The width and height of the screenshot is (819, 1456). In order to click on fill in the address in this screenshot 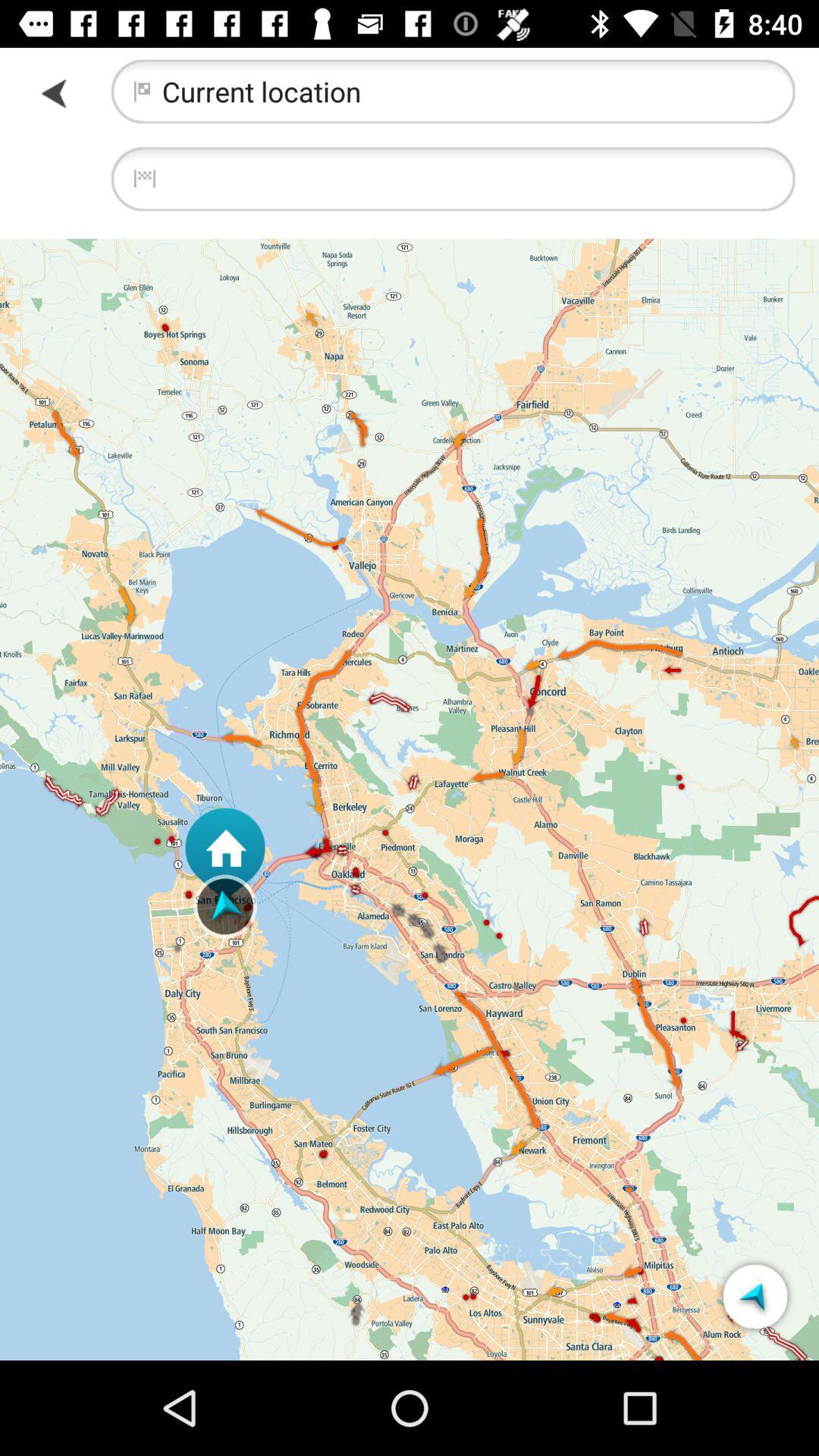, I will do `click(452, 179)`.